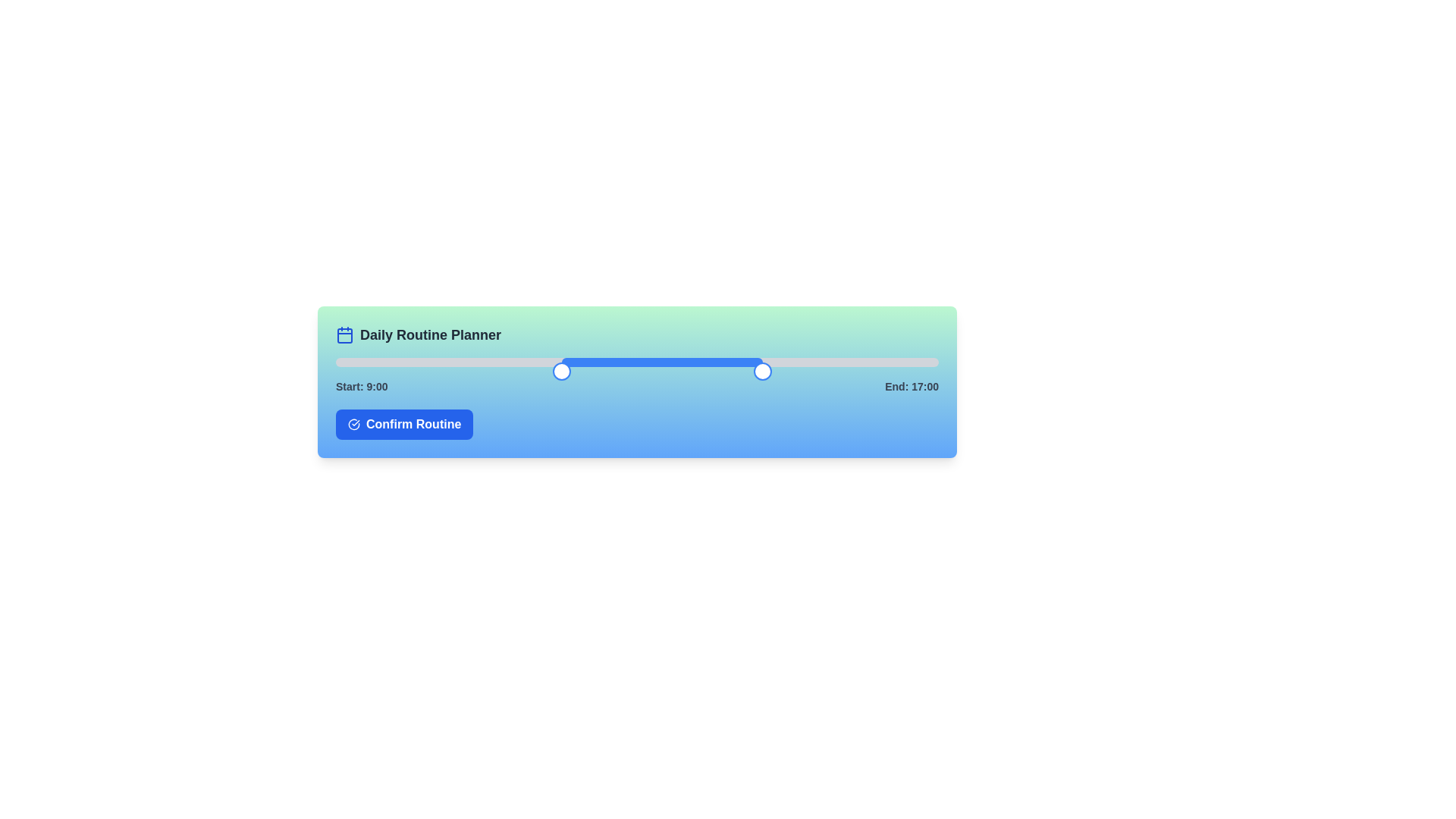 This screenshot has height=819, width=1456. Describe the element at coordinates (353, 424) in the screenshot. I see `the circular icon with a checkmark inside, located to the left of the 'Confirm Routine' text in the lower-left corner of the interface` at that location.